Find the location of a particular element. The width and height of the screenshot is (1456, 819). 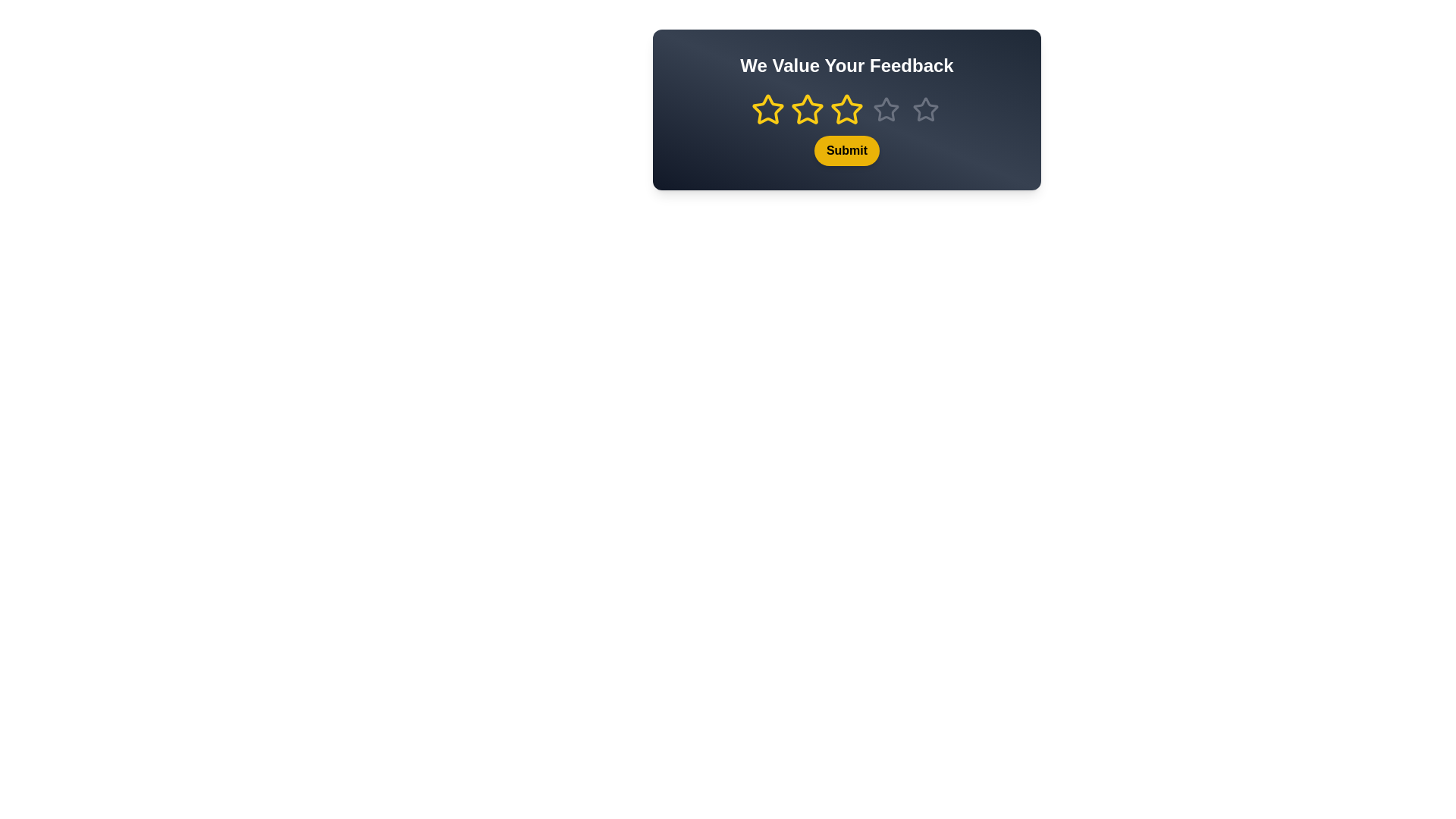

the 'Submit' button with a yellow background and black text to trigger the color change effect is located at coordinates (846, 151).